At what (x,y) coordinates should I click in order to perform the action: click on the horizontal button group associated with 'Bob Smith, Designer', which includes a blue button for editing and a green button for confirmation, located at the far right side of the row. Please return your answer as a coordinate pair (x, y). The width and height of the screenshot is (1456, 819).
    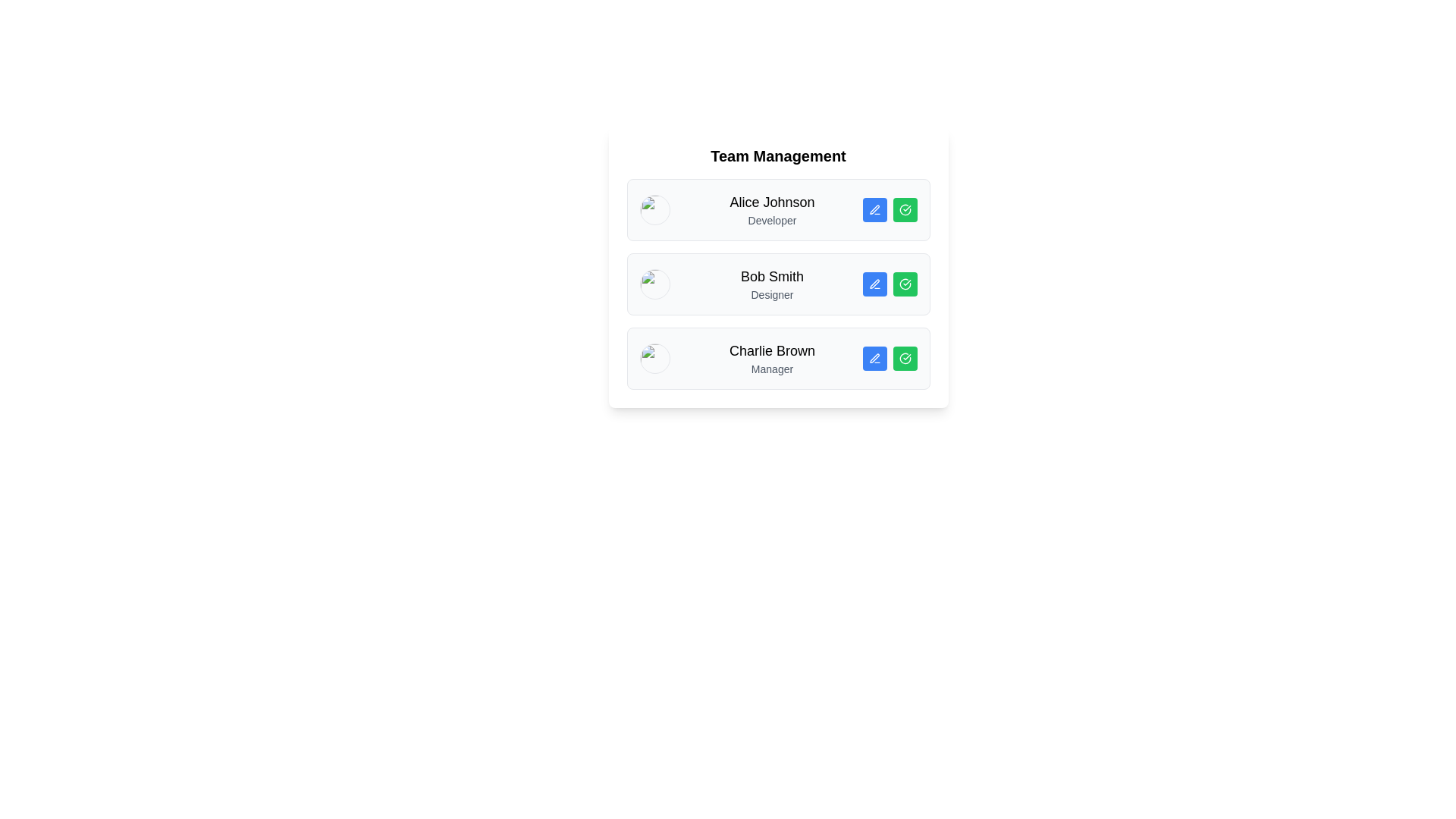
    Looking at the image, I should click on (890, 284).